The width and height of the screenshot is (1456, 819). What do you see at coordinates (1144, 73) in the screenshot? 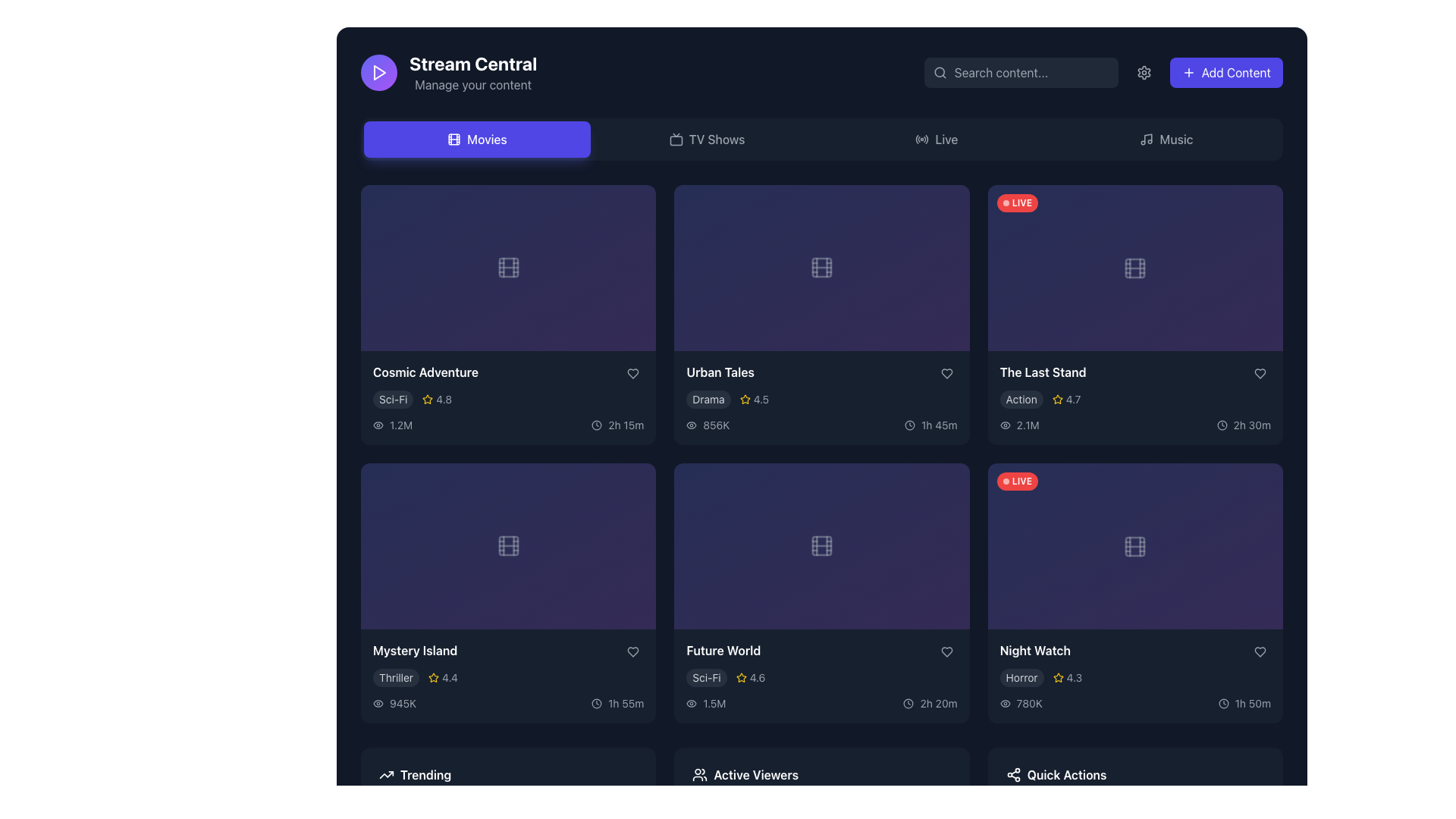
I see `the gear-shaped icon in the top-right corner of the interface, which is styled with a minimalist line-drawing and is adjacent to the 'Add Content' button` at bounding box center [1144, 73].